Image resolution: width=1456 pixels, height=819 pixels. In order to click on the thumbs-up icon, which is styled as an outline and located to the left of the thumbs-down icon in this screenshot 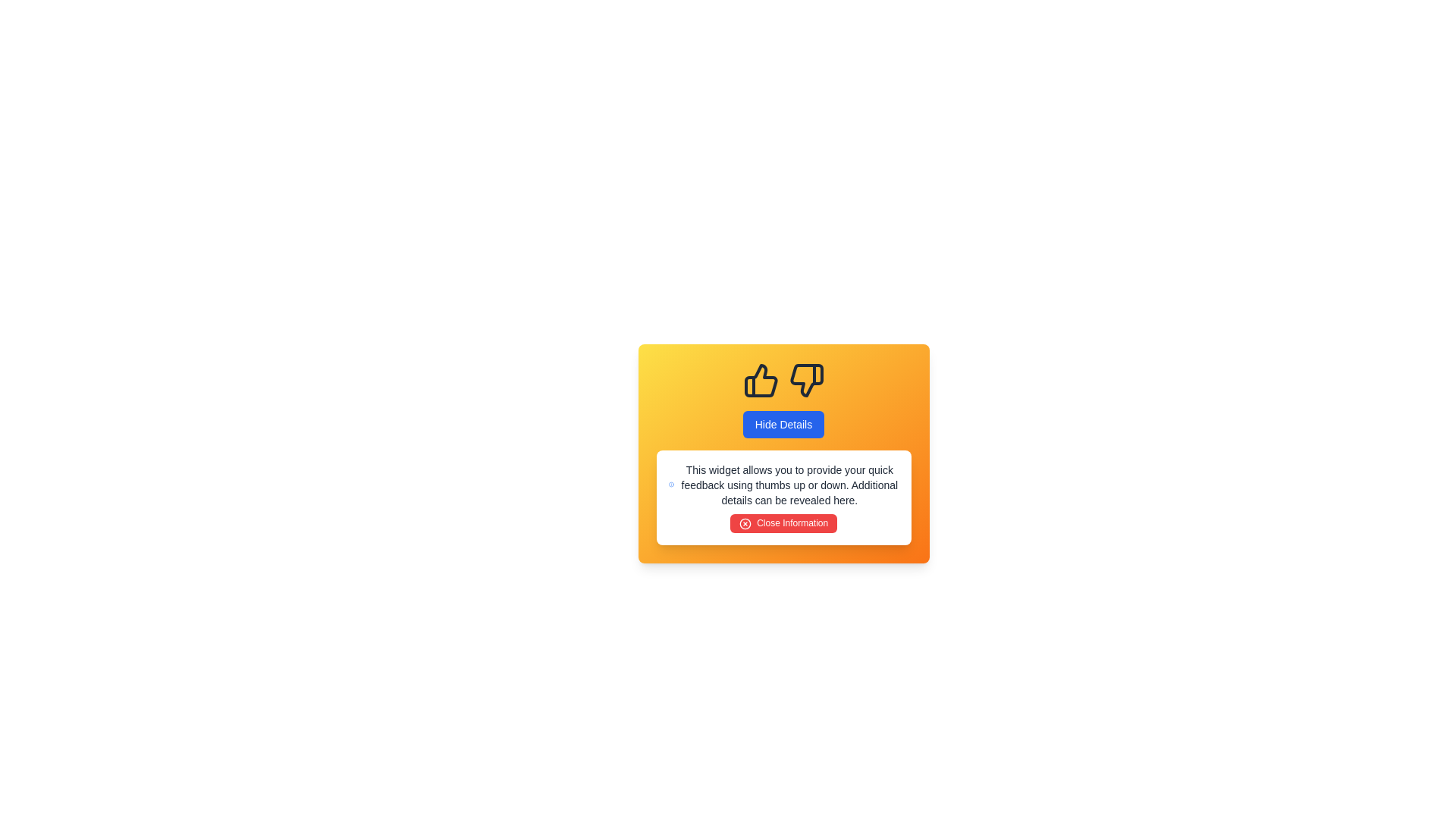, I will do `click(761, 379)`.